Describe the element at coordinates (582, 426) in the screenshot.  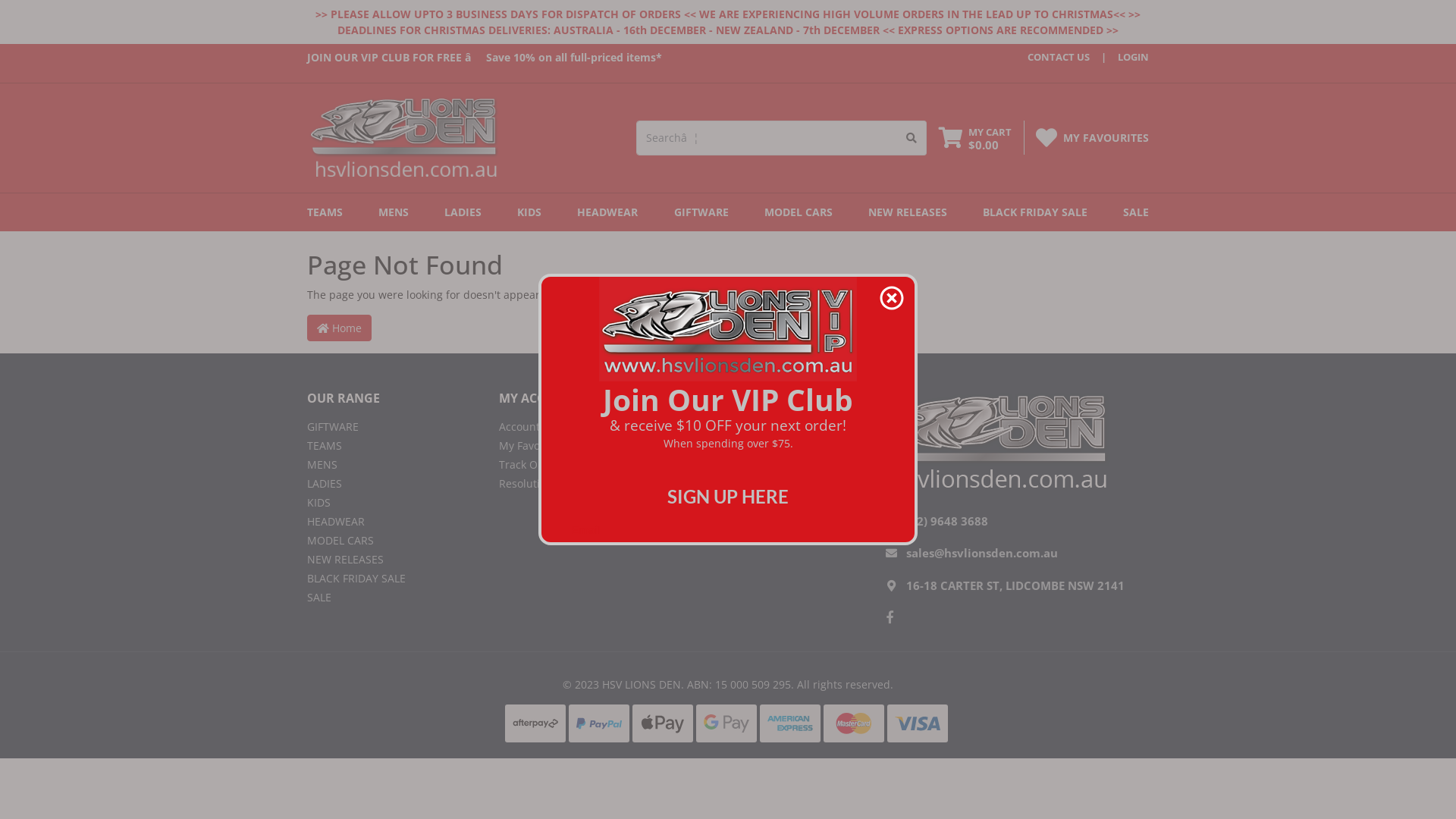
I see `'Account Home'` at that location.